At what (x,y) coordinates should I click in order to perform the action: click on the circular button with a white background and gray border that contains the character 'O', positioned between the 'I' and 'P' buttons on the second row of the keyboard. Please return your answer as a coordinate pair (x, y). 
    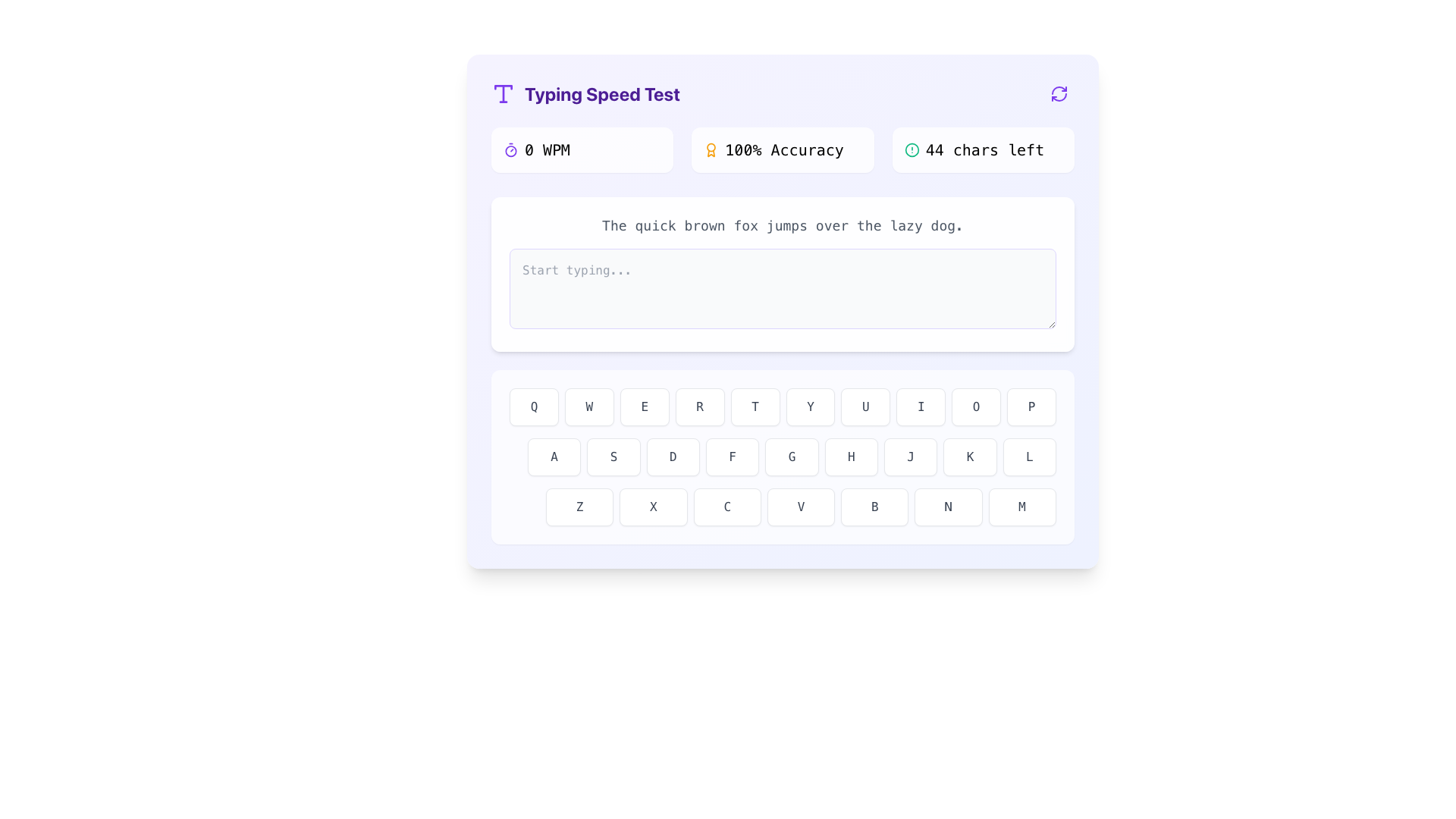
    Looking at the image, I should click on (976, 406).